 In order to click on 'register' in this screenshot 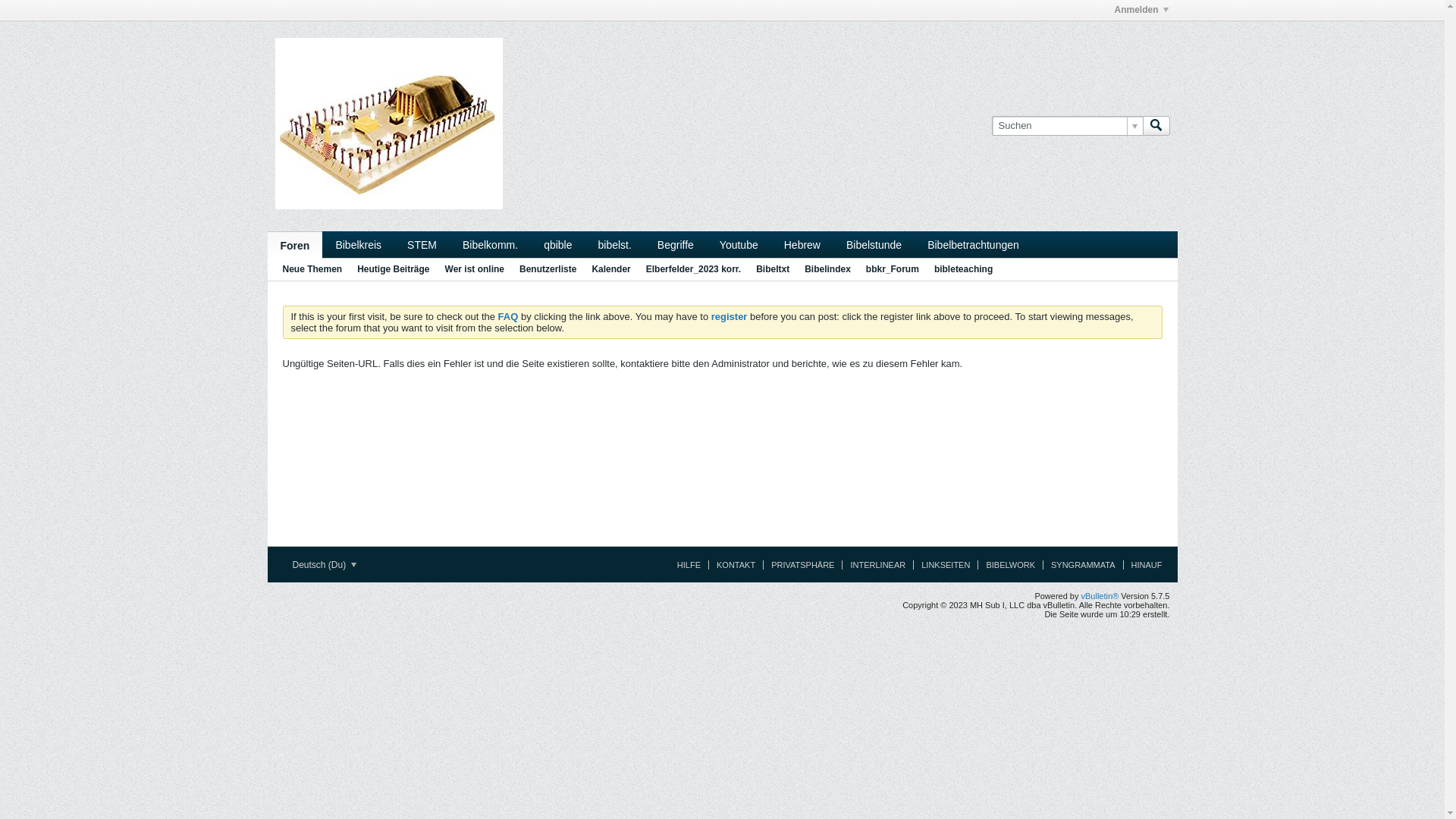, I will do `click(729, 315)`.